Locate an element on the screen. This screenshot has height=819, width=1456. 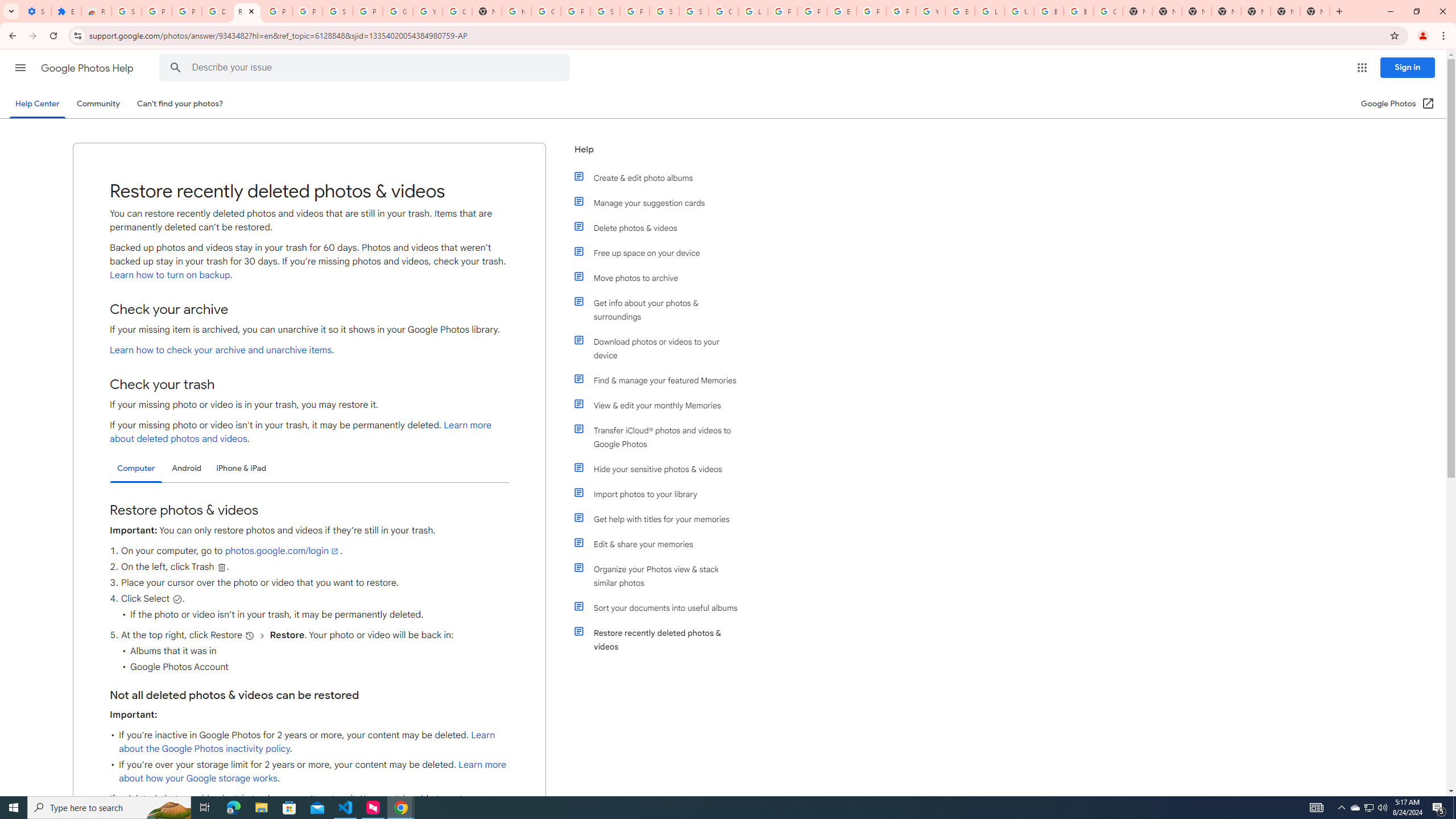
'Can' is located at coordinates (180, 103).